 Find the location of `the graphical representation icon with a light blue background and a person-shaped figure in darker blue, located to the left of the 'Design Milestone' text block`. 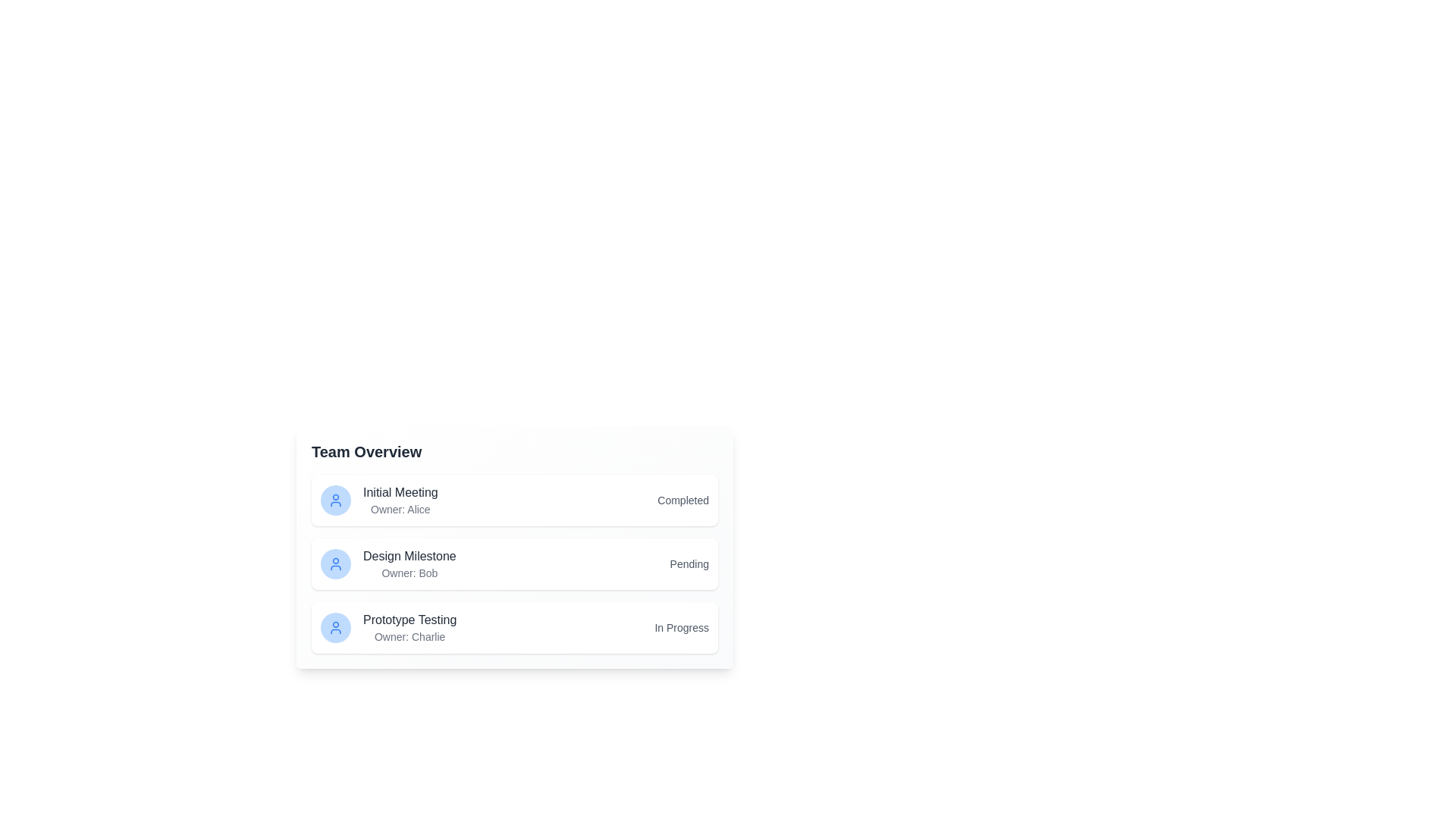

the graphical representation icon with a light blue background and a person-shaped figure in darker blue, located to the left of the 'Design Milestone' text block is located at coordinates (334, 564).